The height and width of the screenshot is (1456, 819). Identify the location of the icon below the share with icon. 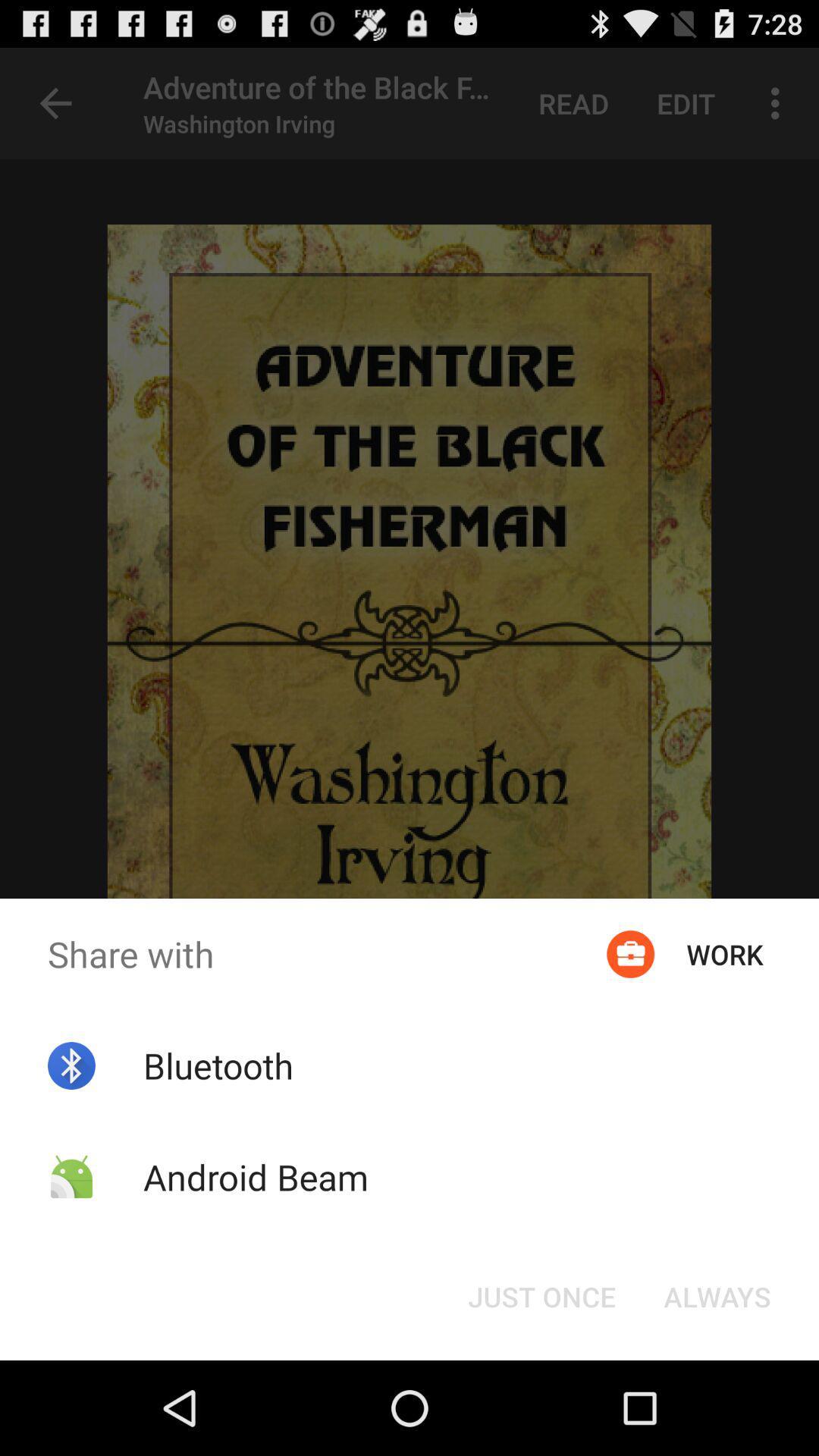
(218, 1065).